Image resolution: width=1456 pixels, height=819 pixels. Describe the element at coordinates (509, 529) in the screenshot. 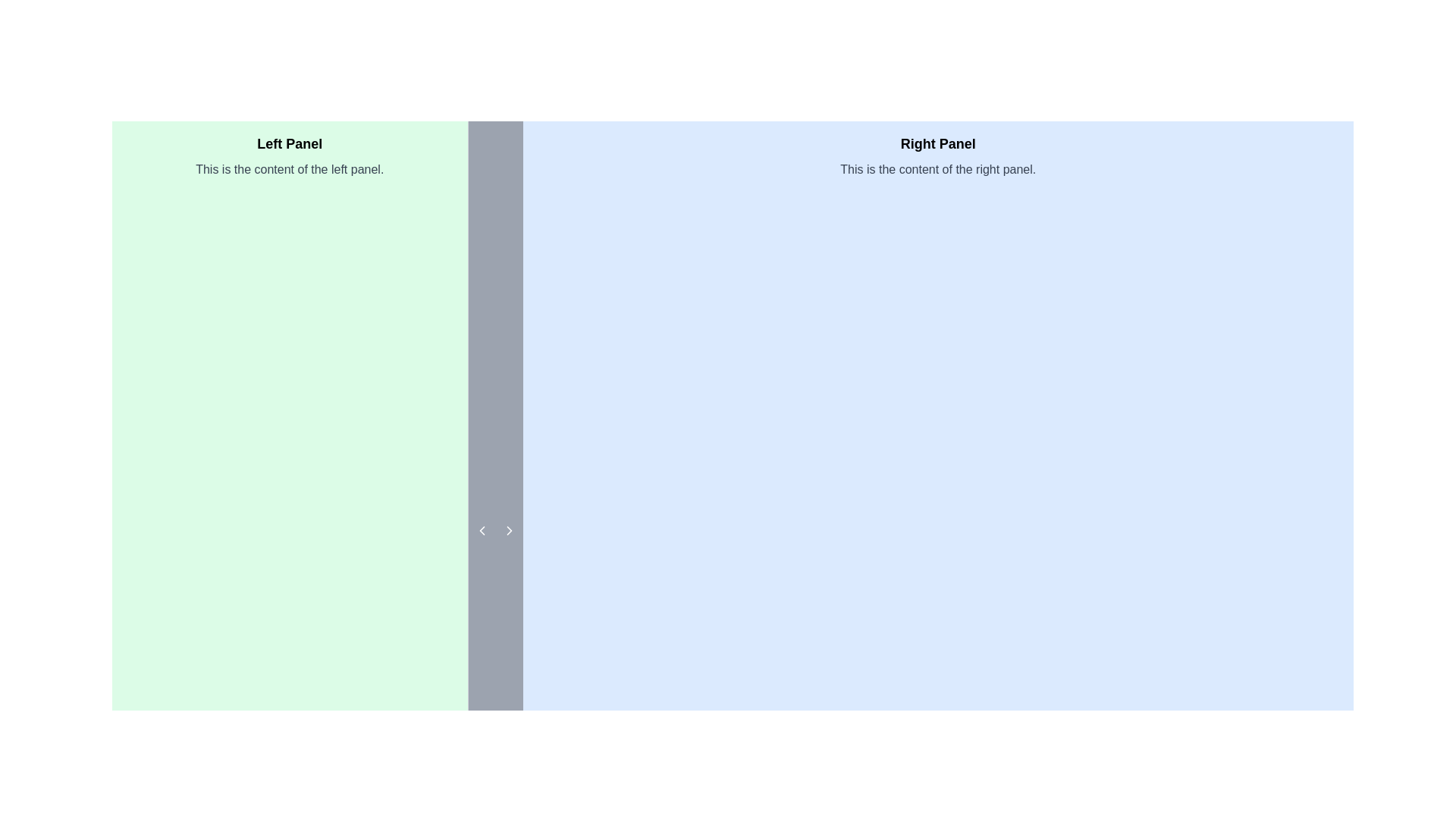

I see `the right-pointing chevron icon button, which is styled in white and positioned between two larger panels` at that location.